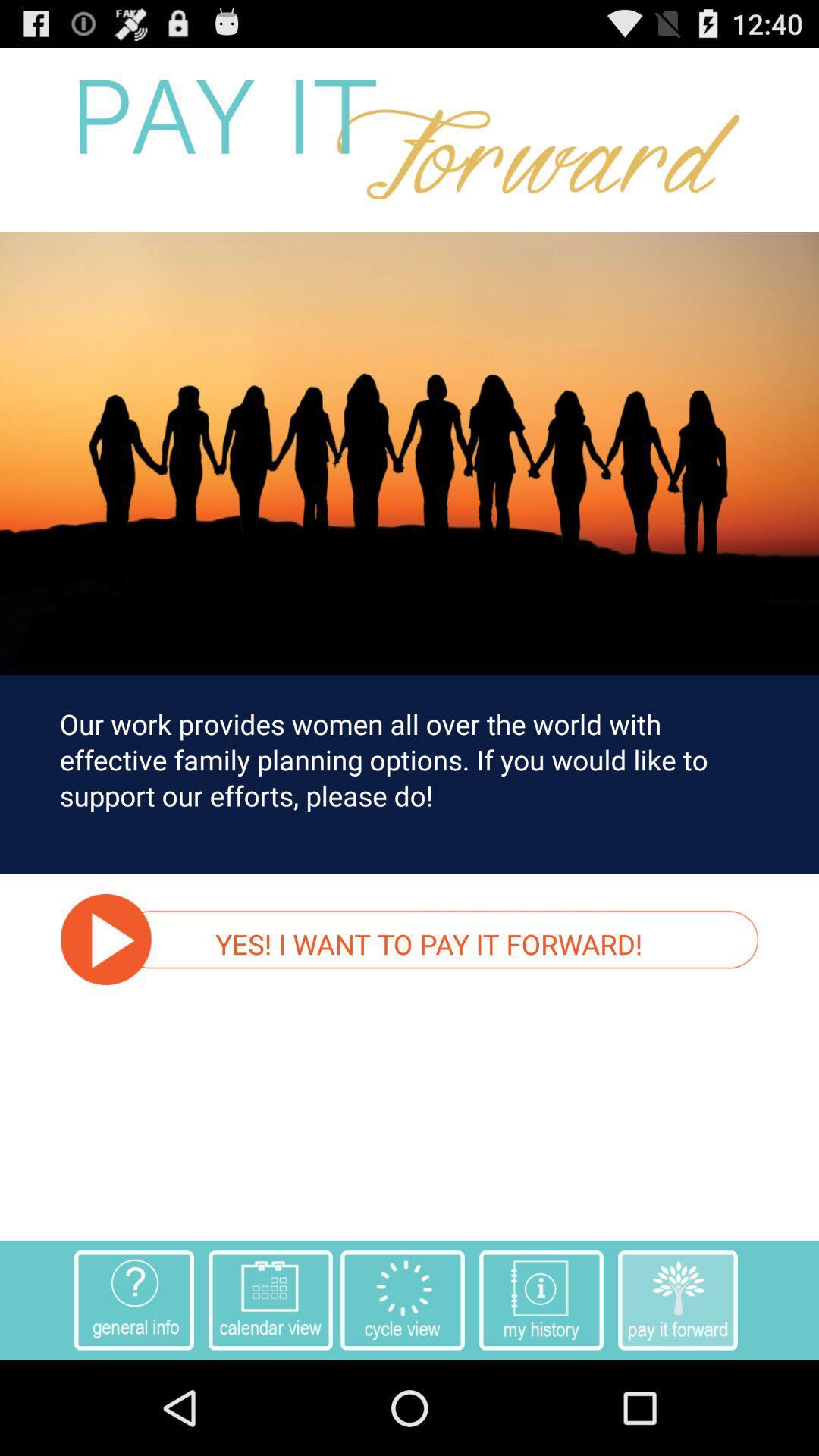 The width and height of the screenshot is (819, 1456). What do you see at coordinates (270, 1392) in the screenshot?
I see `the date_range icon` at bounding box center [270, 1392].